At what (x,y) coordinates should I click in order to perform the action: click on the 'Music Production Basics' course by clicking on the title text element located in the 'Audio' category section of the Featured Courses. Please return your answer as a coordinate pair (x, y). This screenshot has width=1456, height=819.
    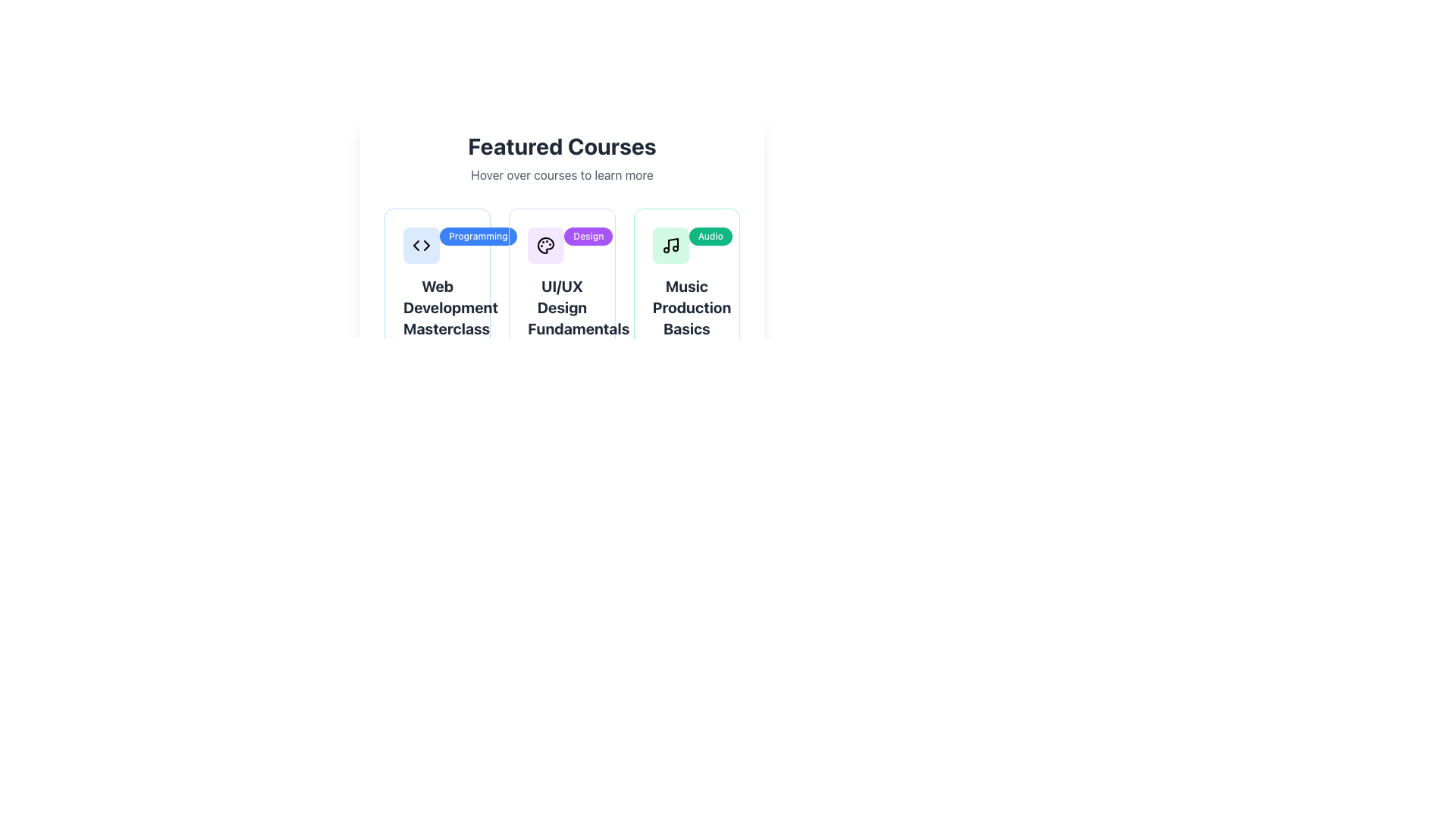
    Looking at the image, I should click on (686, 307).